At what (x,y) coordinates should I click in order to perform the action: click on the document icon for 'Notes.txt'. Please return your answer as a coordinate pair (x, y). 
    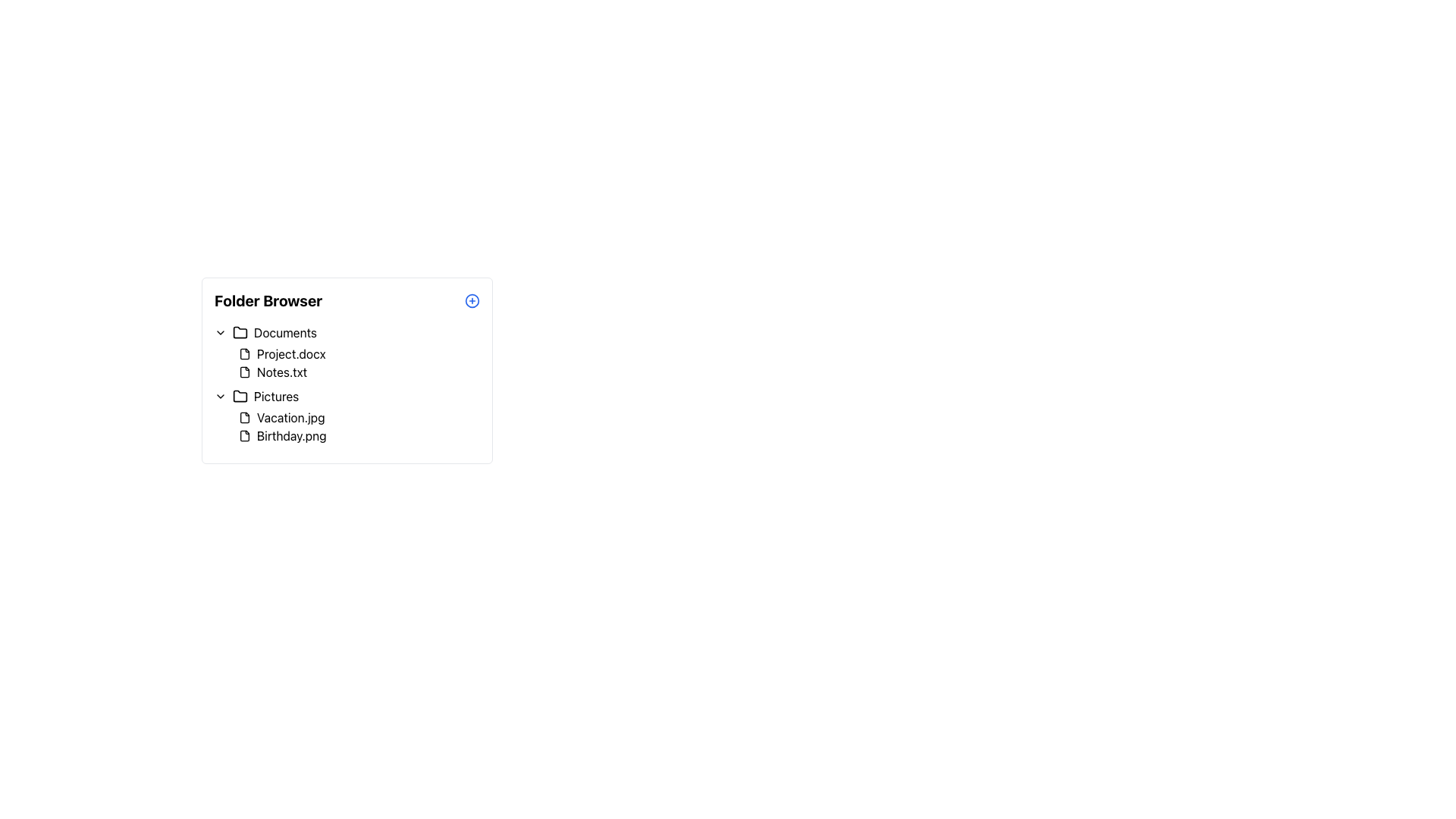
    Looking at the image, I should click on (244, 372).